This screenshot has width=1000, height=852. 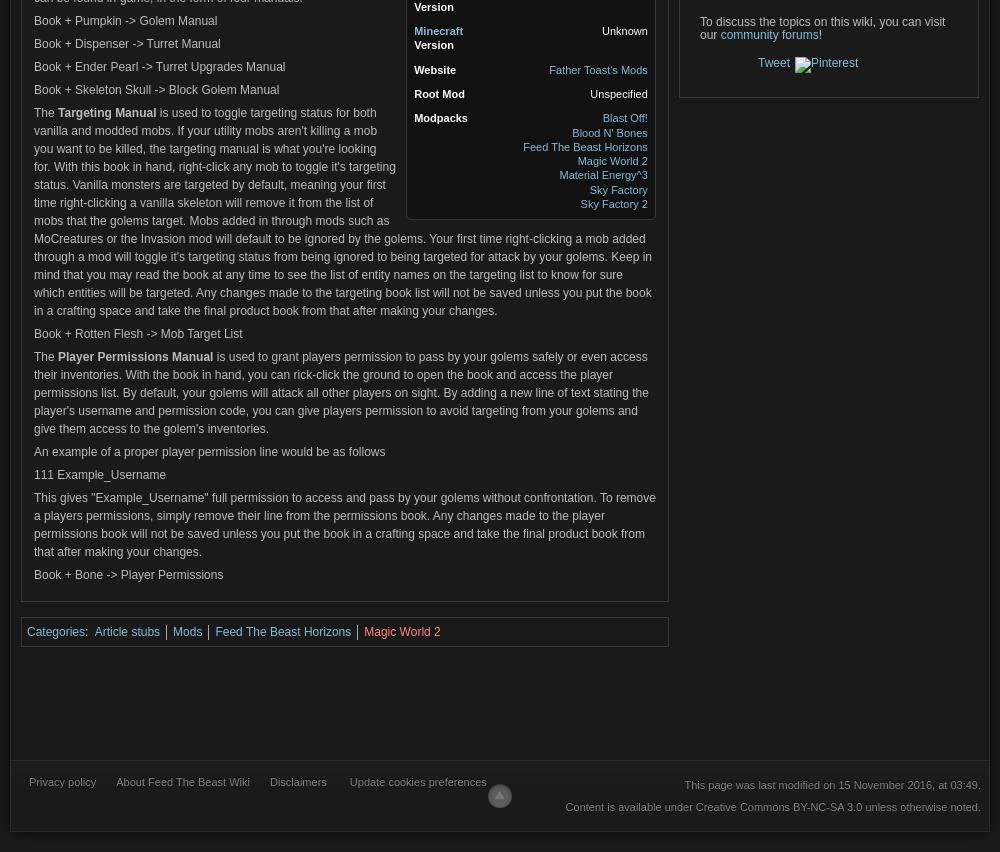 I want to click on 'Creative Commons BY-NC-SA 3.0', so click(x=778, y=804).